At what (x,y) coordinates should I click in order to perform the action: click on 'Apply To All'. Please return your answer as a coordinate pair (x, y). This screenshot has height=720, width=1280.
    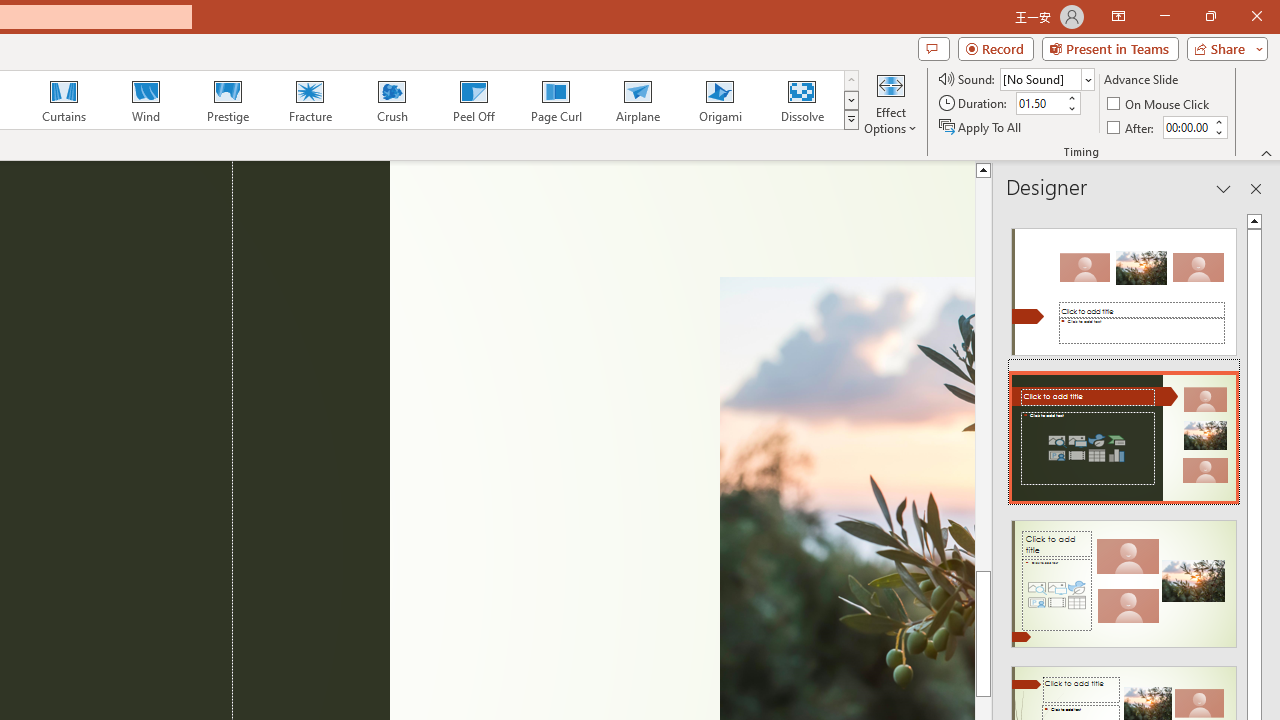
    Looking at the image, I should click on (981, 127).